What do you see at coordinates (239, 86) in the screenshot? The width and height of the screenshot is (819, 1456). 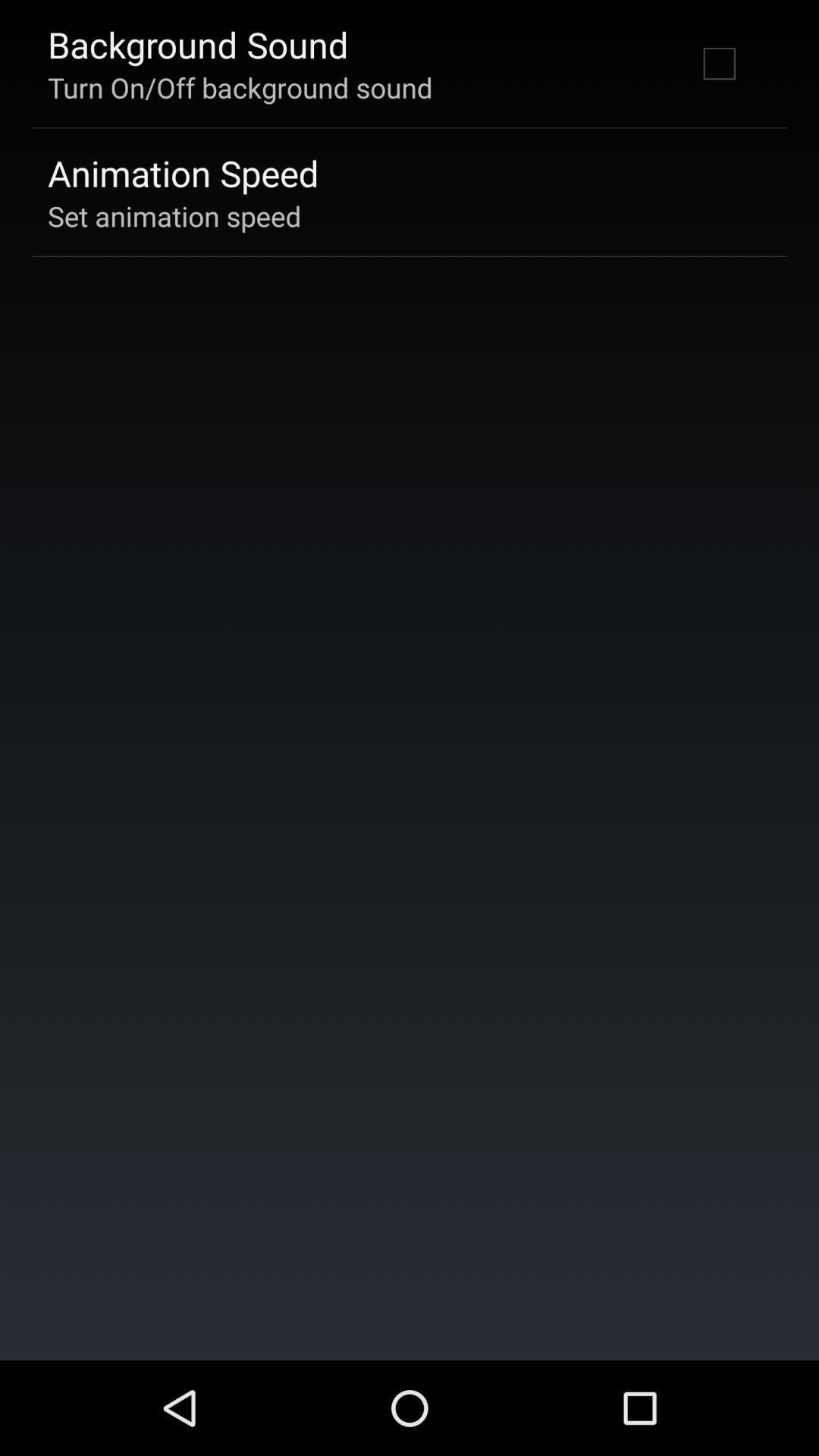 I see `the turn on off app` at bounding box center [239, 86].